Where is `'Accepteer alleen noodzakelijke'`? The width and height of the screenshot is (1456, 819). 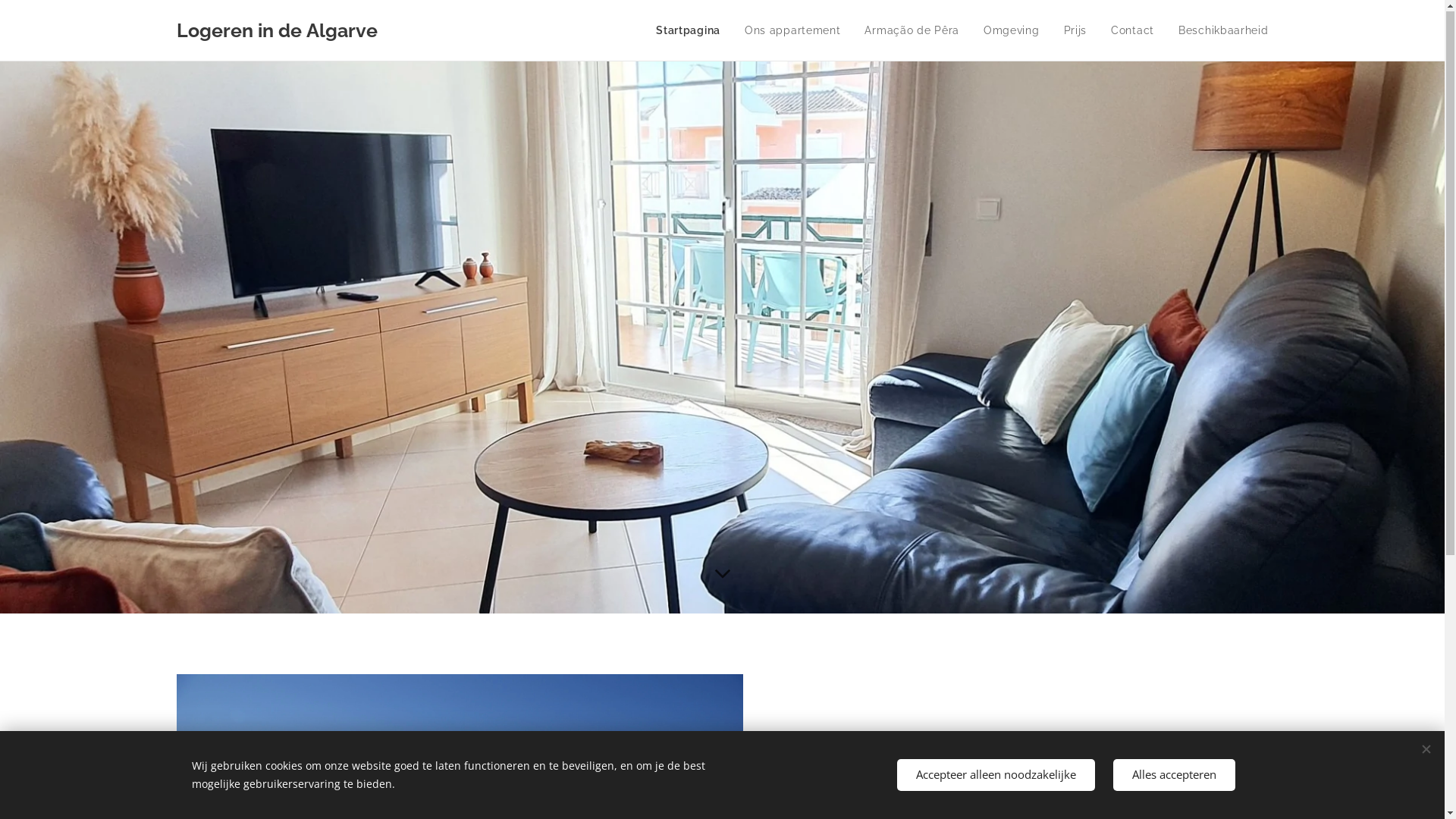 'Accepteer alleen noodzakelijke' is located at coordinates (995, 775).